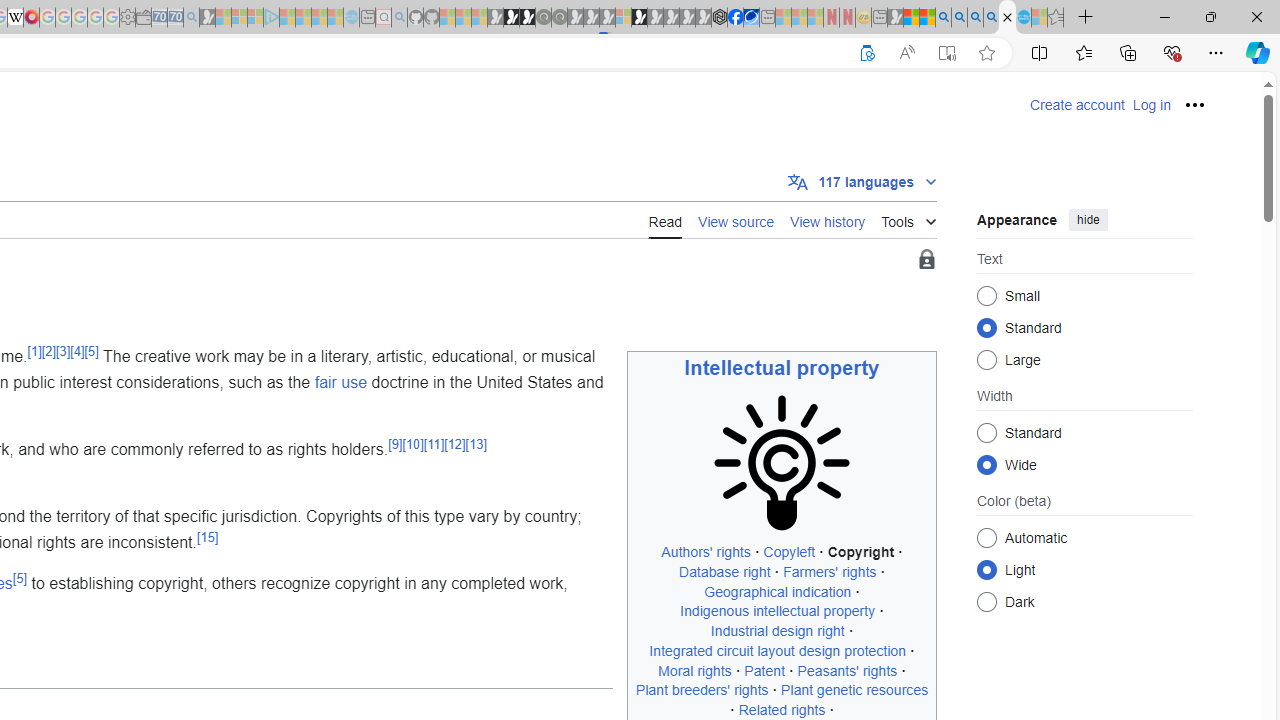  I want to click on 'Microsoft account | Privacy - Sleeping', so click(254, 17).